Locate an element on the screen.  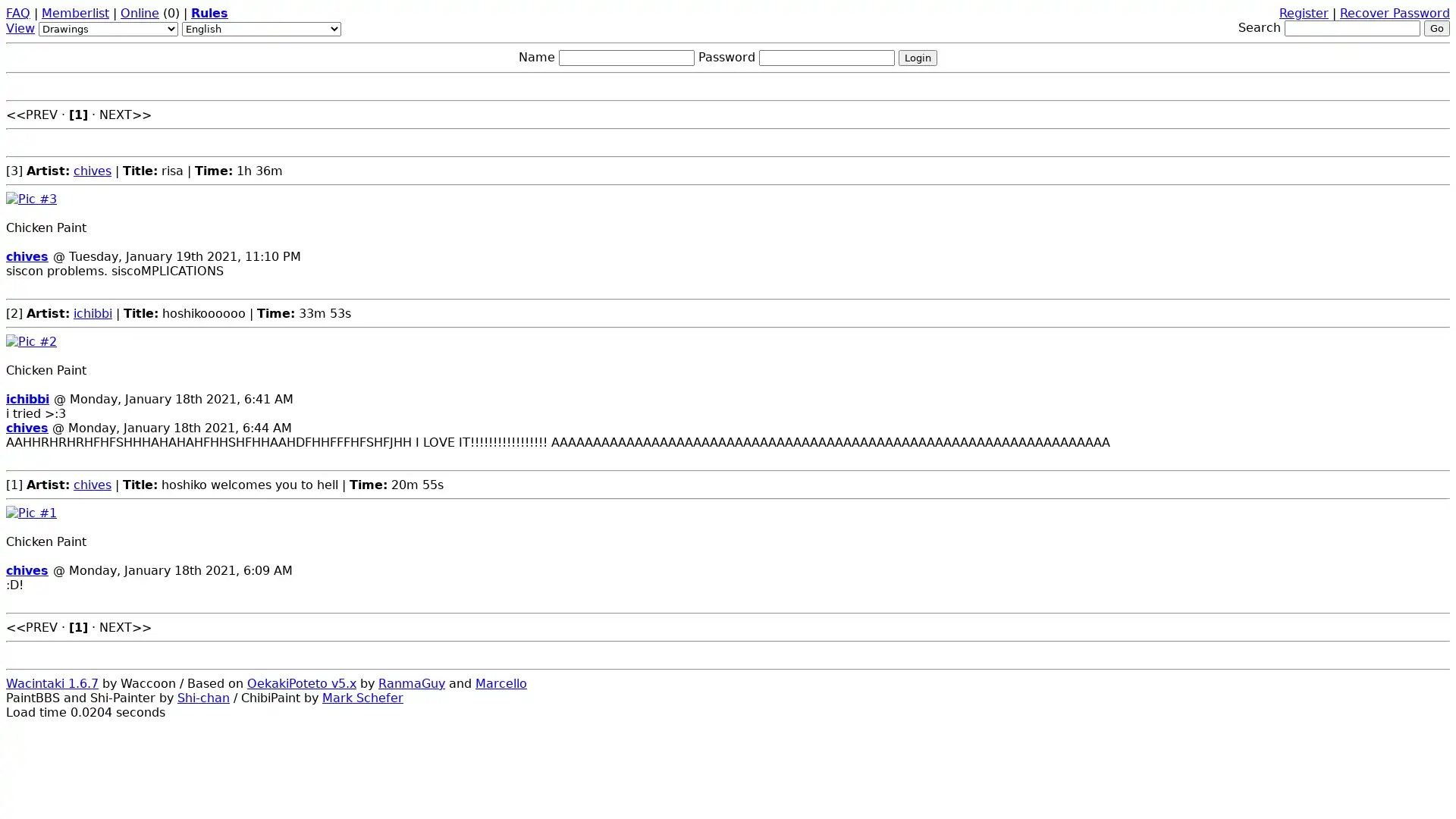
Go is located at coordinates (1436, 28).